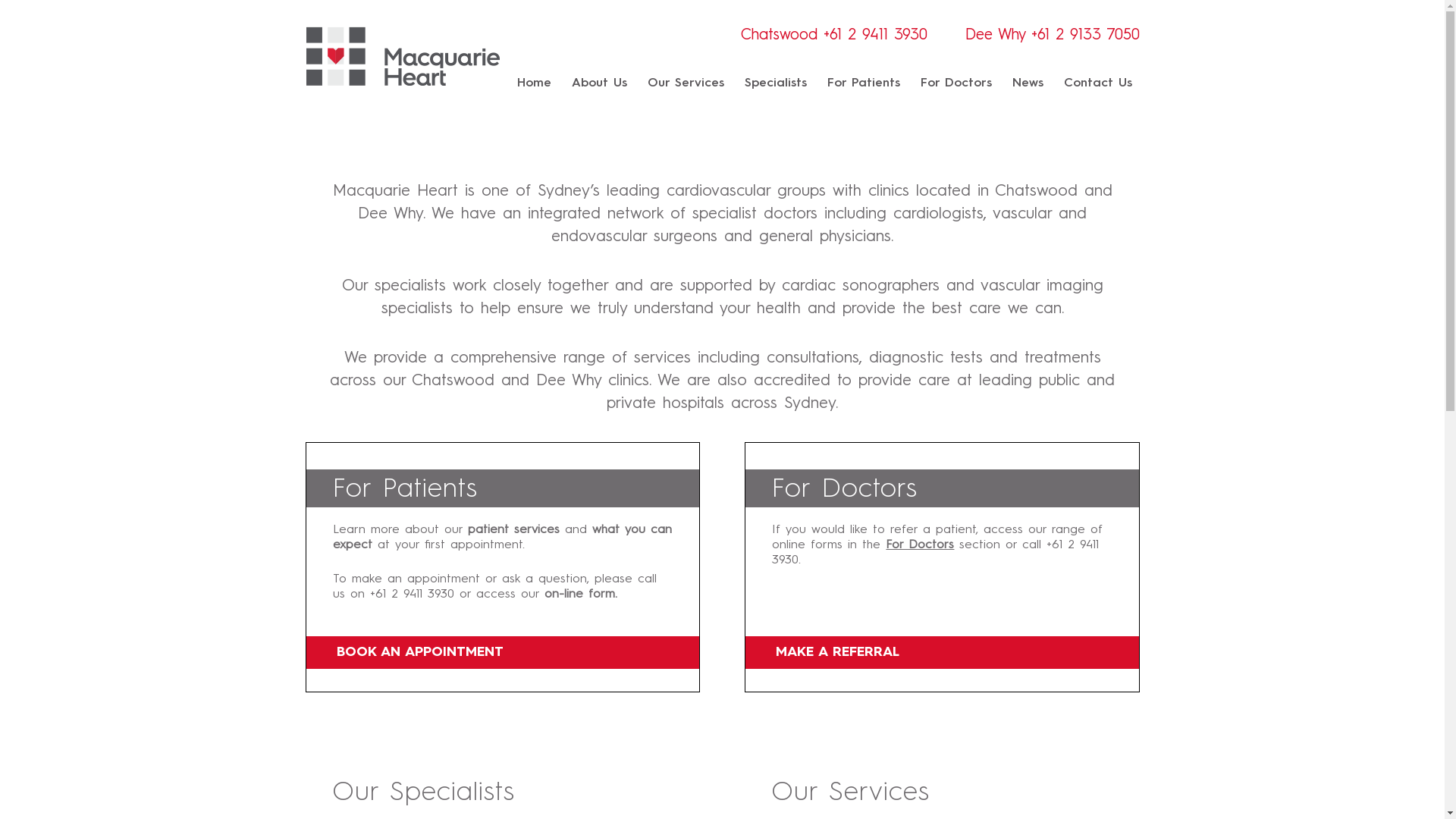 The image size is (1456, 819). Describe the element at coordinates (833, 35) in the screenshot. I see `'Chatswood +61 2 9411 3930'` at that location.